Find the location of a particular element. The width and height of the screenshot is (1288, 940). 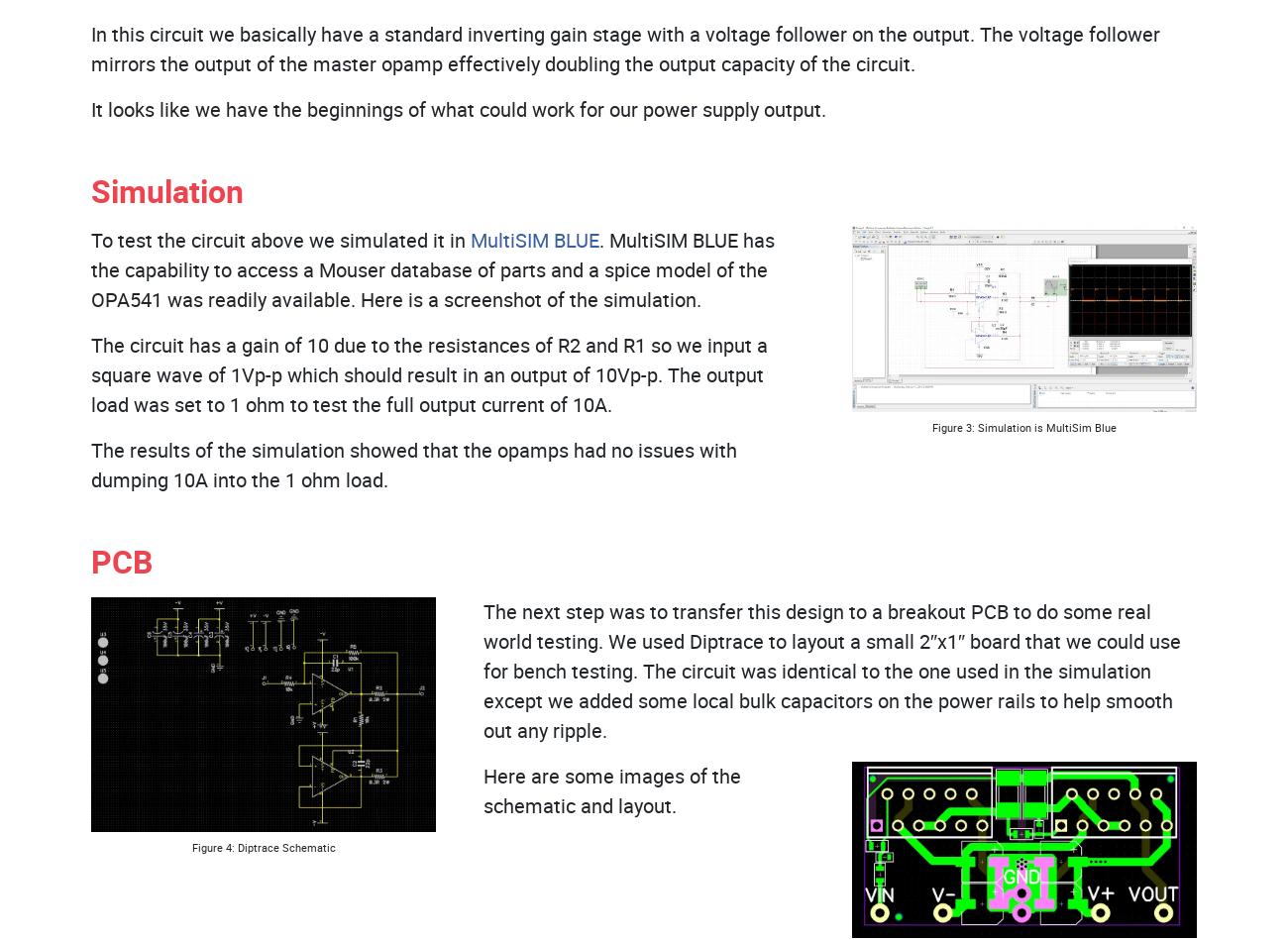

'eBooks & Guides' is located at coordinates (586, 127).